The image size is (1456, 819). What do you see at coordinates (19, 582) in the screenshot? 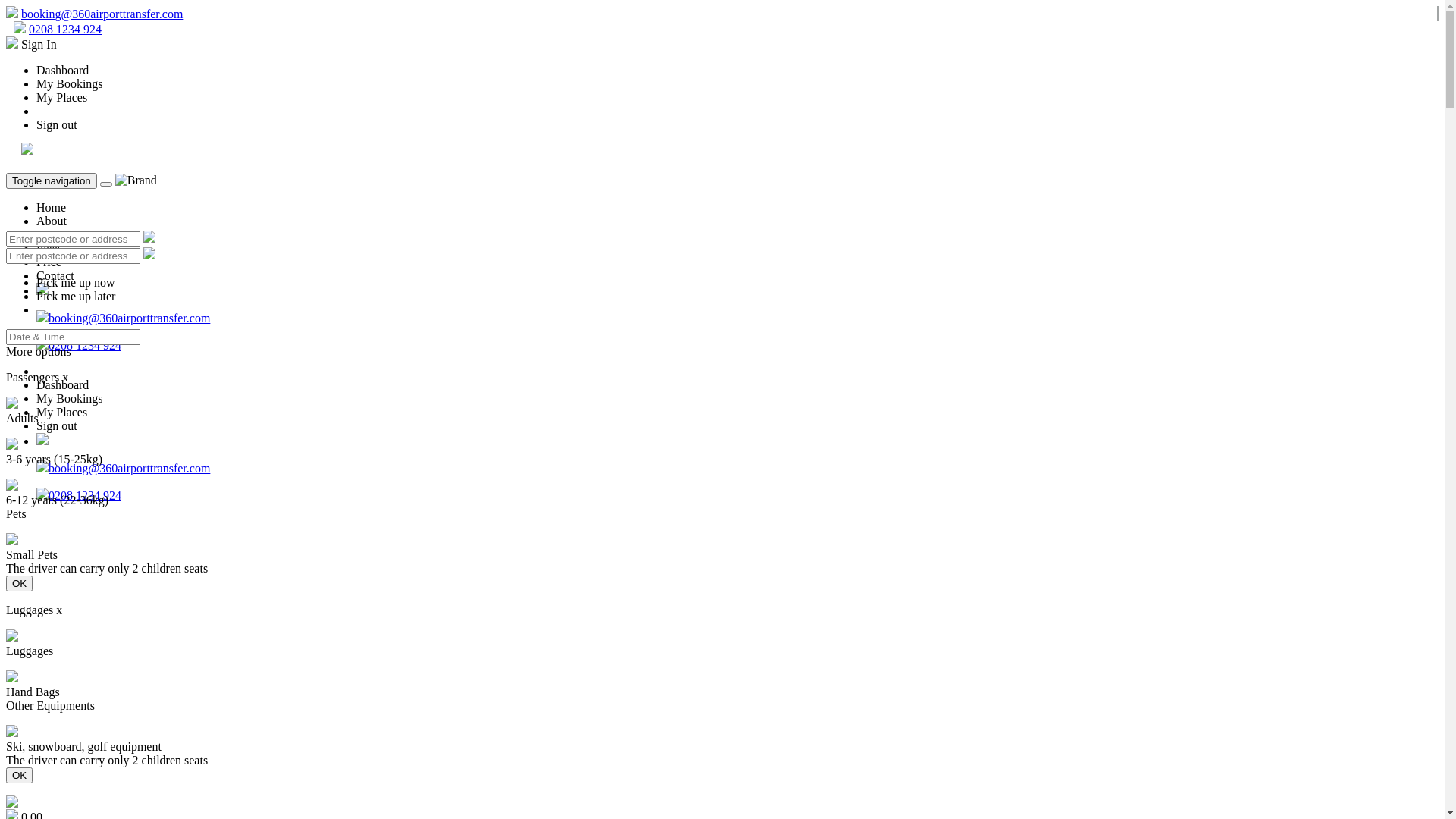
I see `'OK'` at bounding box center [19, 582].